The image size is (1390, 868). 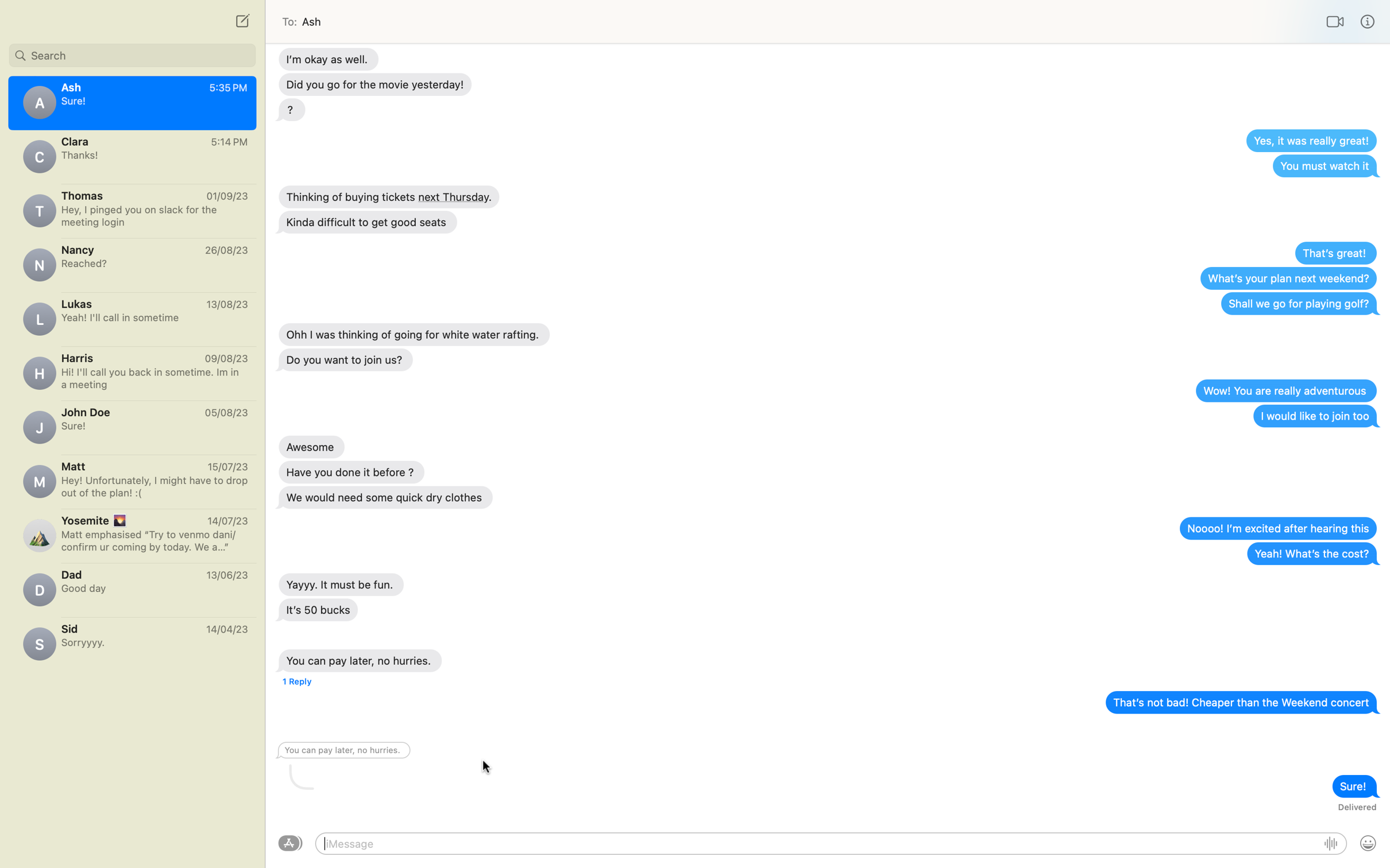 What do you see at coordinates (132, 156) in the screenshot?
I see `Send a text to Clara expressing "I caught the movie, it was brilliant!` at bounding box center [132, 156].